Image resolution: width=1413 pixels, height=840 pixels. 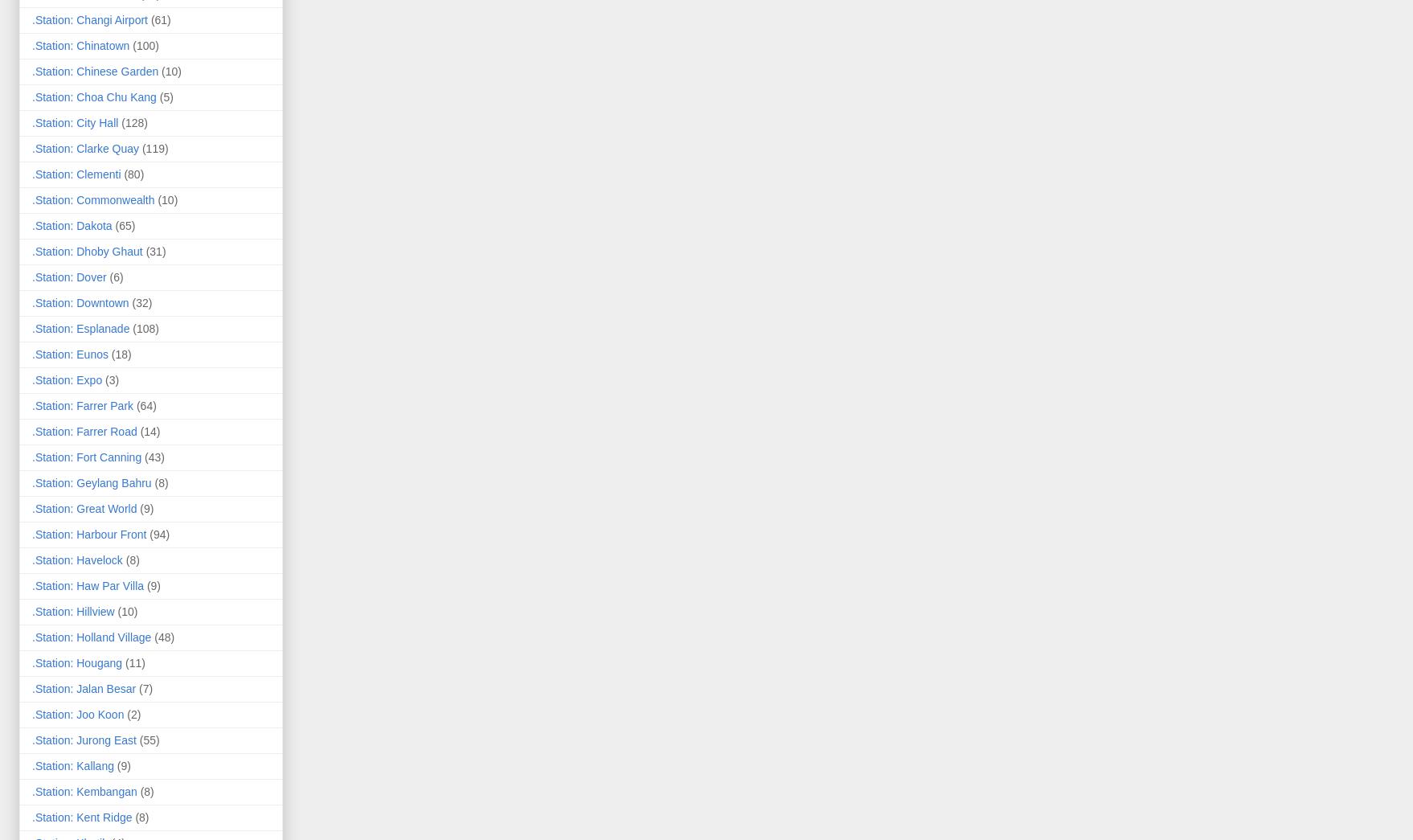 What do you see at coordinates (80, 327) in the screenshot?
I see `'.Station: Esplanade'` at bounding box center [80, 327].